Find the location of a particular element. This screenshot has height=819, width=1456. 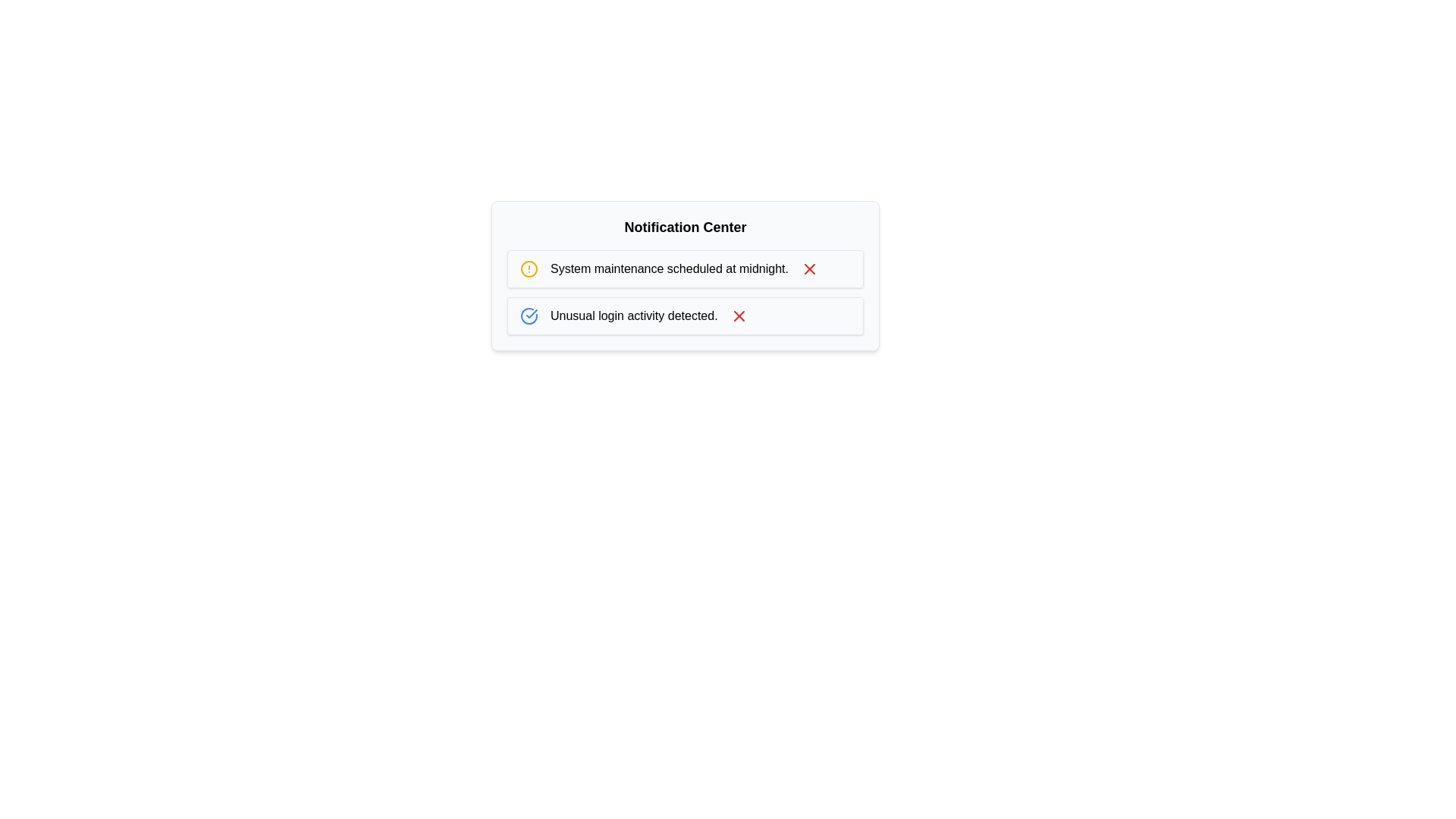

the SVG Circle element with a yellow stroke that forms the outer boundary of an icon in the notification center, located in the left column of the first row is located at coordinates (529, 268).